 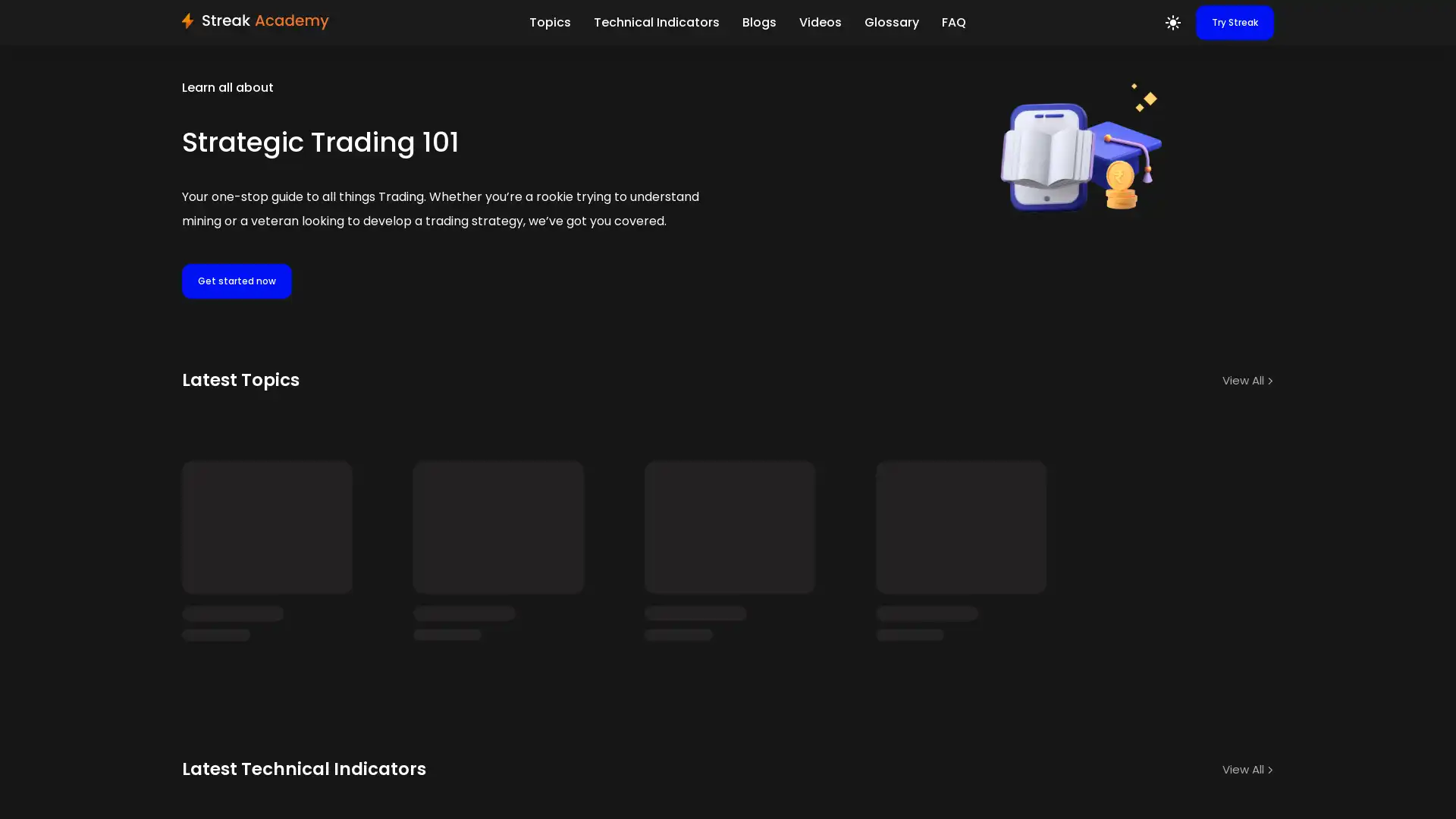 What do you see at coordinates (548, 23) in the screenshot?
I see `Topics` at bounding box center [548, 23].